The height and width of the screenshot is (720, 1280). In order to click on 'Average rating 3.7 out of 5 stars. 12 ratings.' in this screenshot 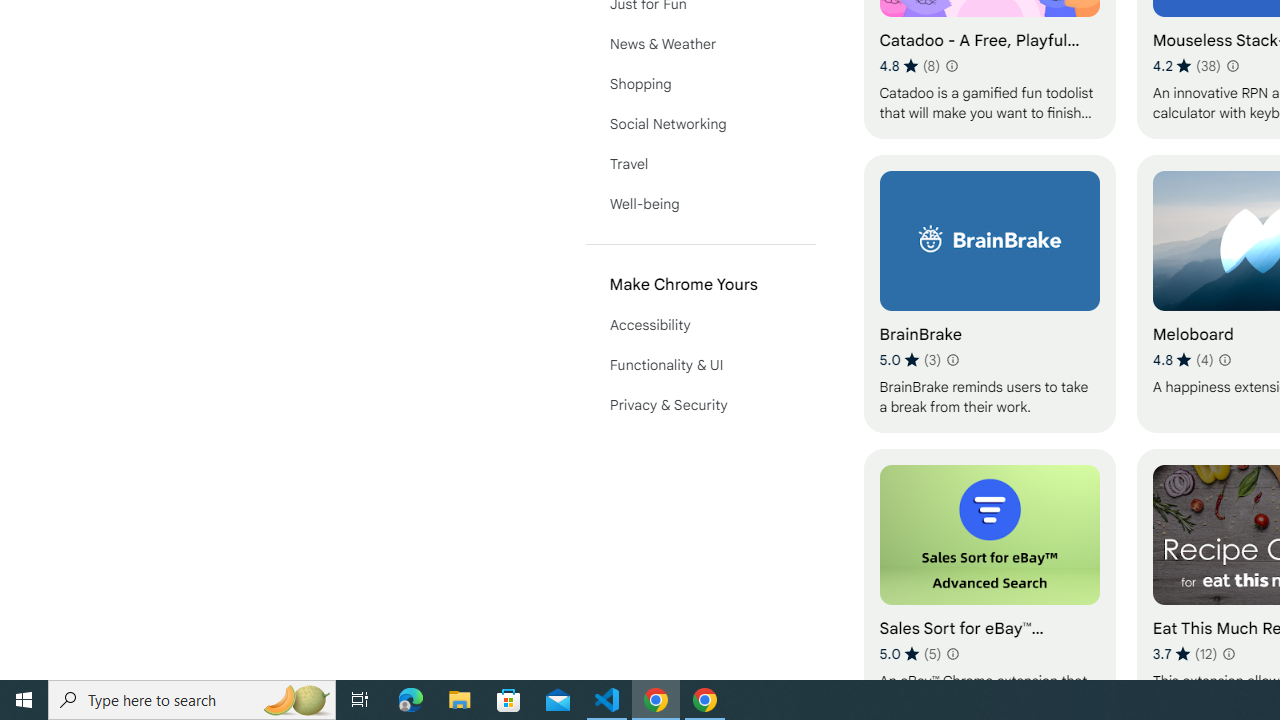, I will do `click(1185, 653)`.